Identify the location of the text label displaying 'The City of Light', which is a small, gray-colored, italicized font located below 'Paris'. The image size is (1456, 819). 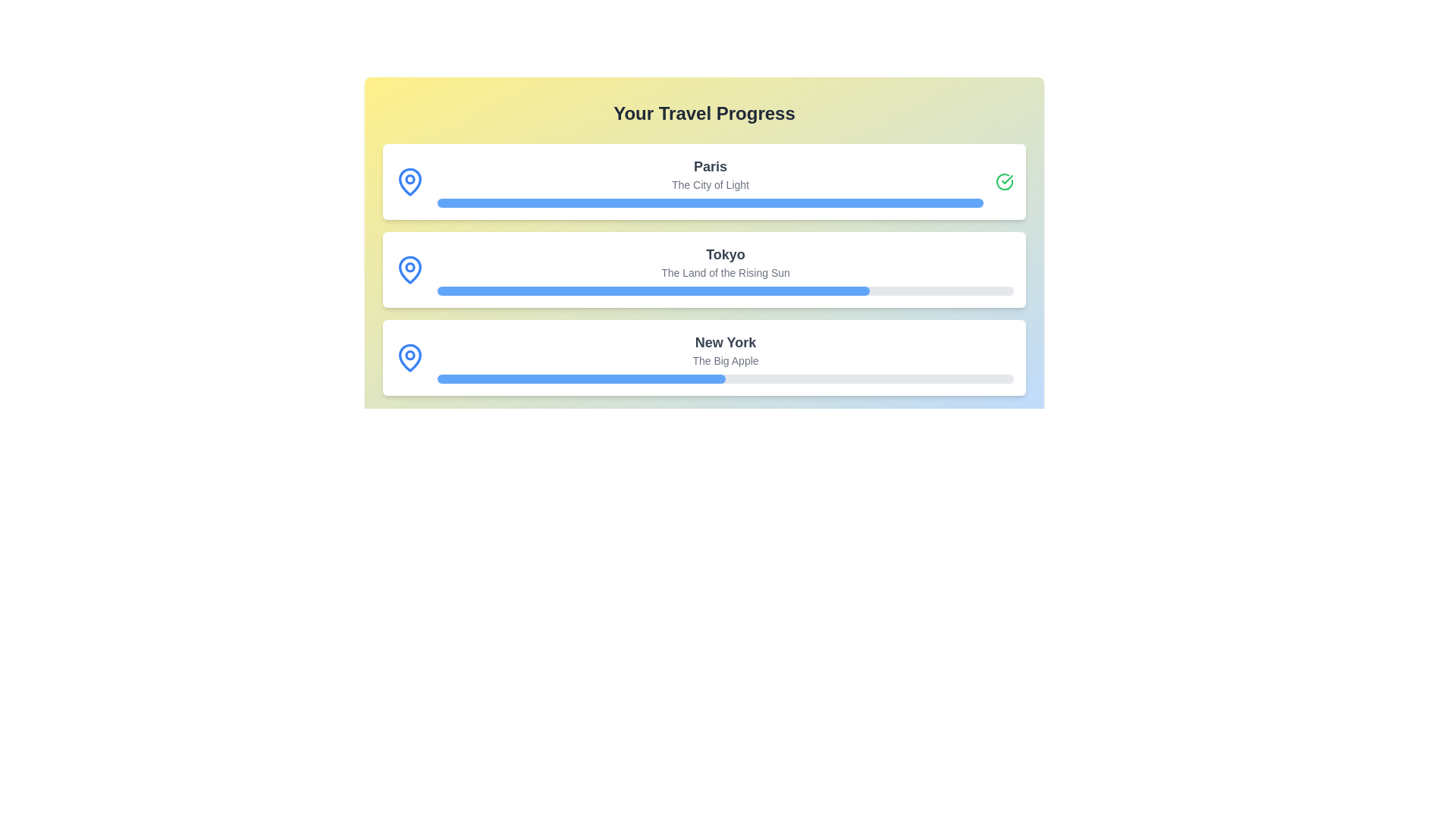
(709, 184).